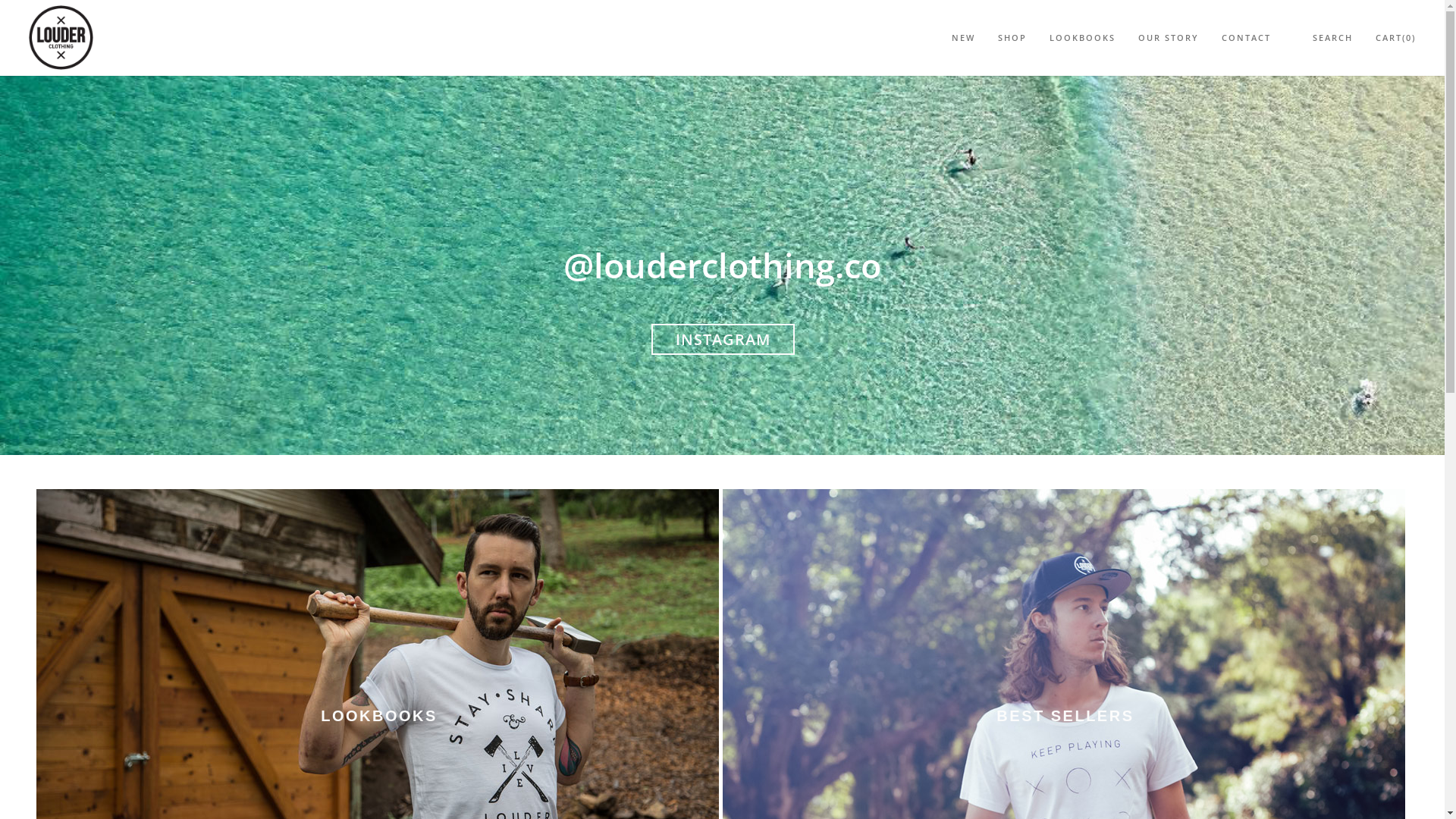 The image size is (1456, 819). I want to click on 'SEARCH', so click(1332, 37).